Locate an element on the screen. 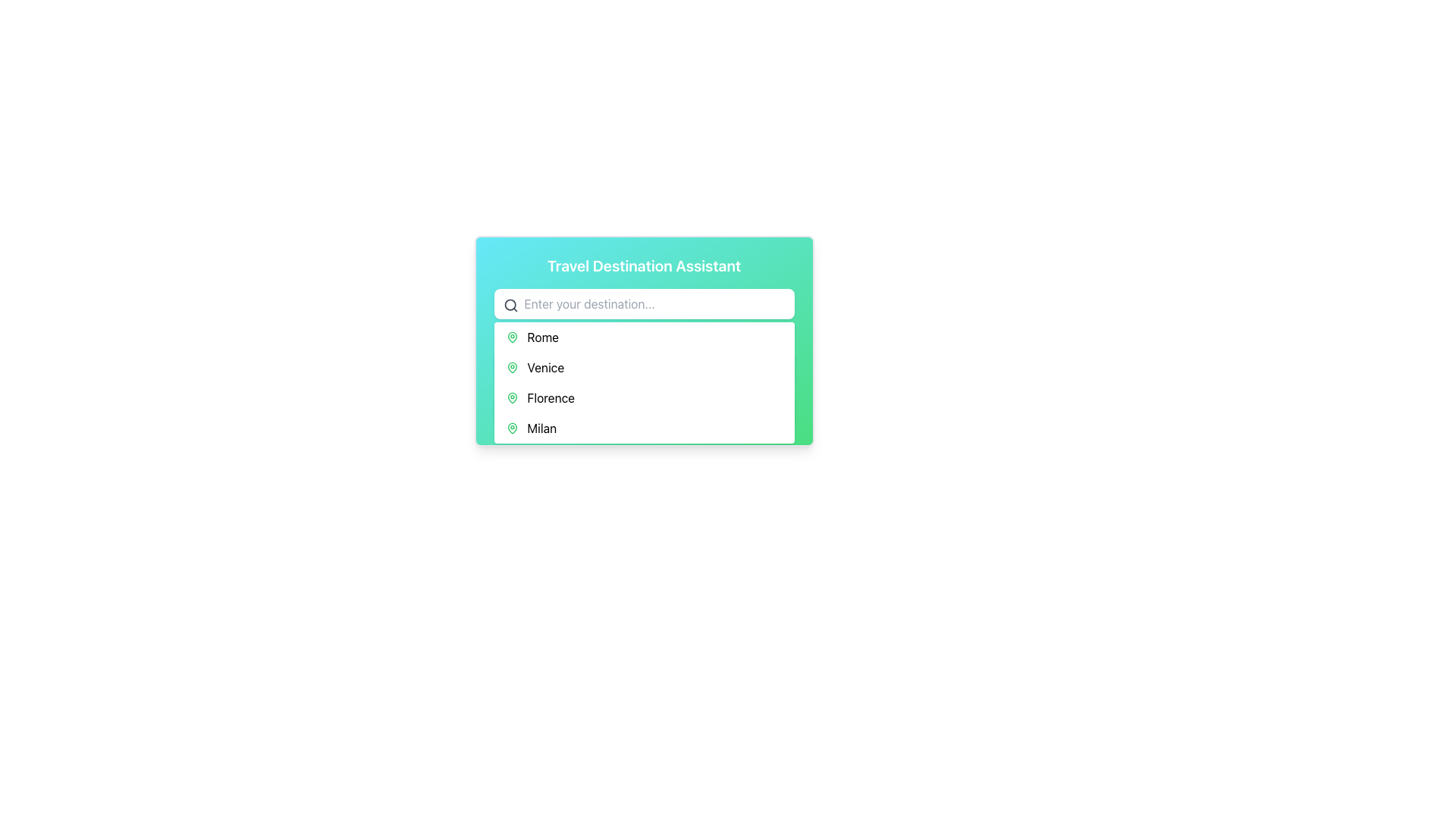 The width and height of the screenshot is (1456, 819). the selectable list item labeled 'Florence', which is the third option in a dropdown panel is located at coordinates (644, 397).